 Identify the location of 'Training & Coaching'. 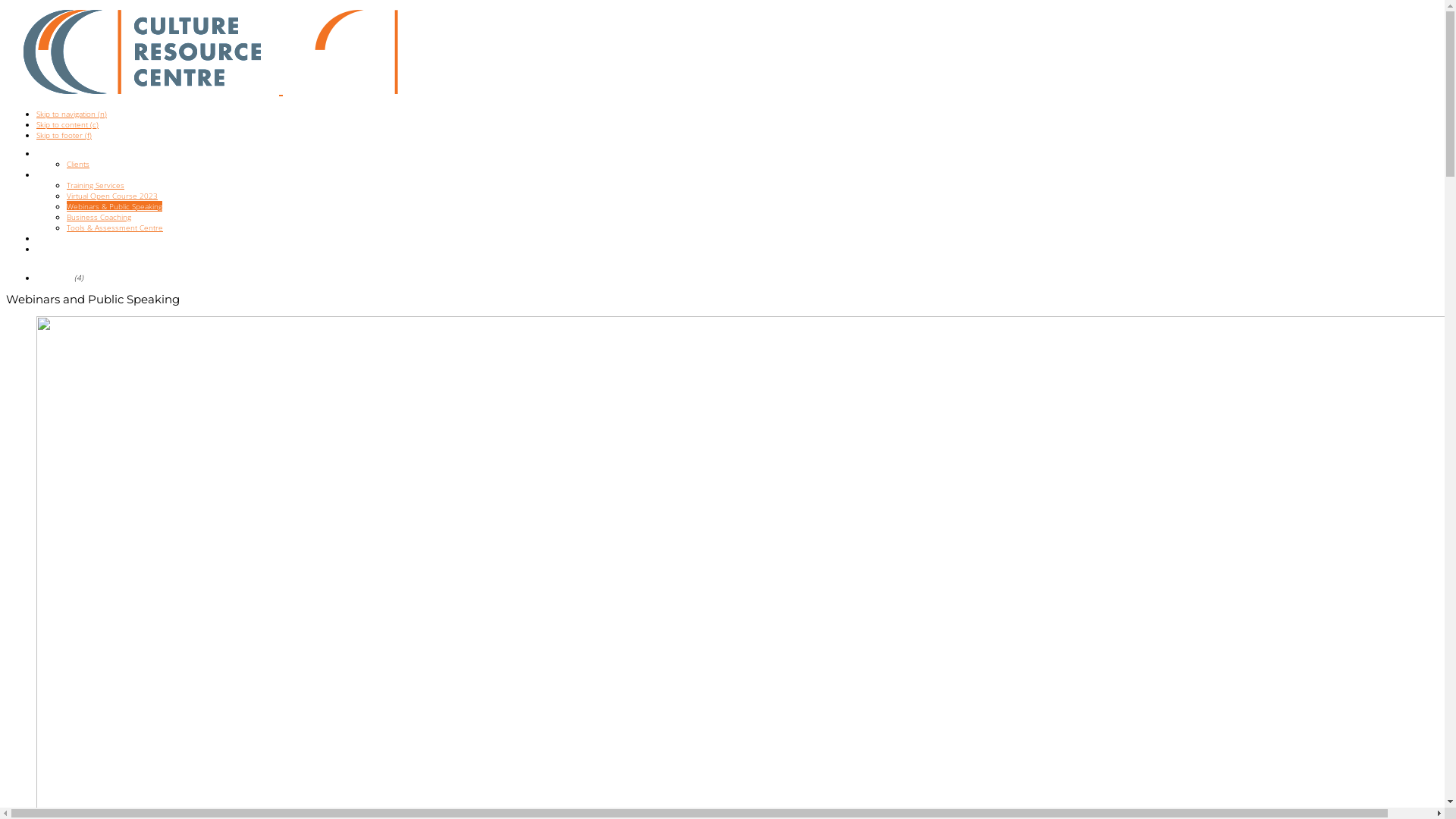
(69, 174).